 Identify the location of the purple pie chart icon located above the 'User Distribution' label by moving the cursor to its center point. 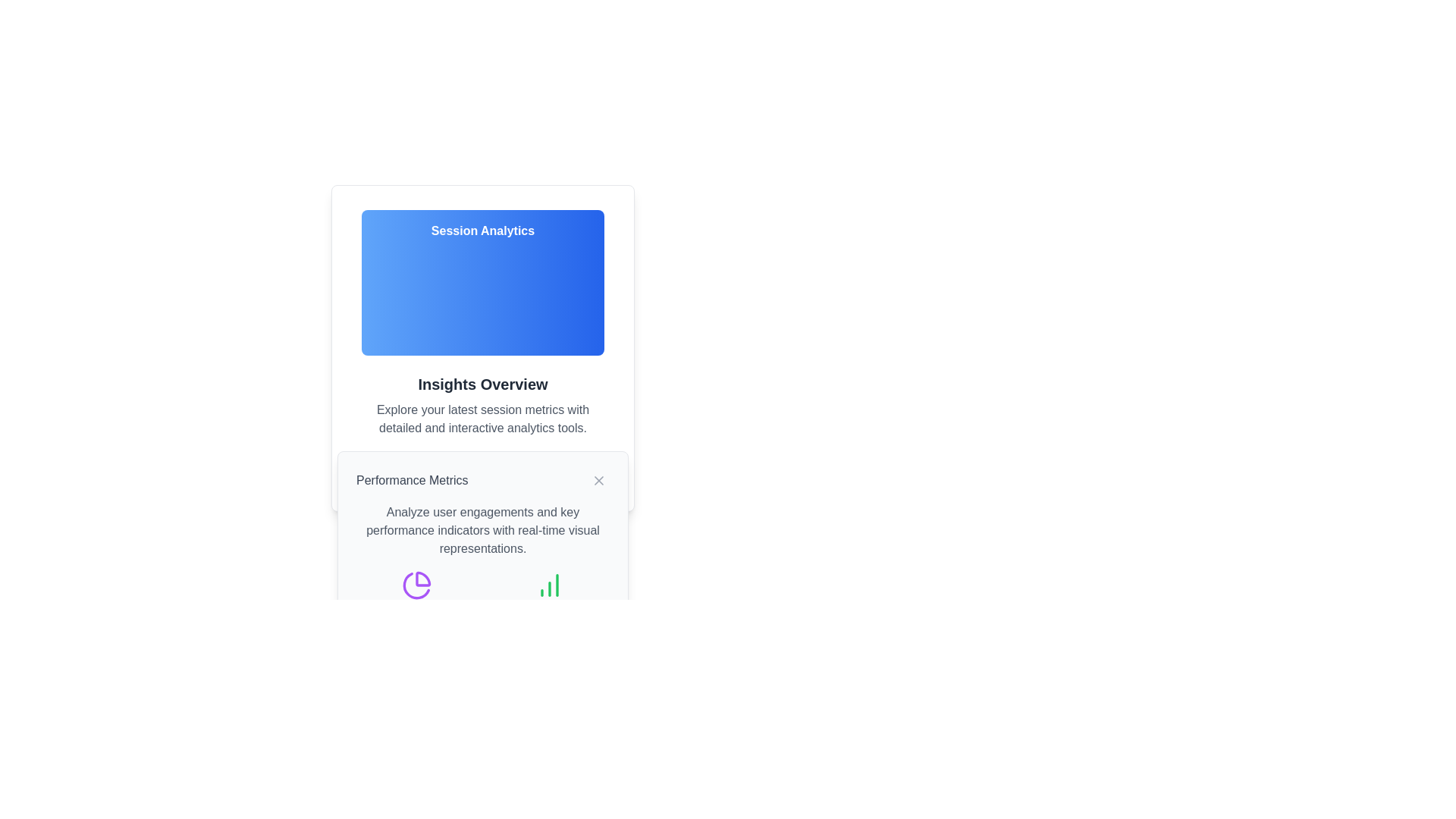
(416, 595).